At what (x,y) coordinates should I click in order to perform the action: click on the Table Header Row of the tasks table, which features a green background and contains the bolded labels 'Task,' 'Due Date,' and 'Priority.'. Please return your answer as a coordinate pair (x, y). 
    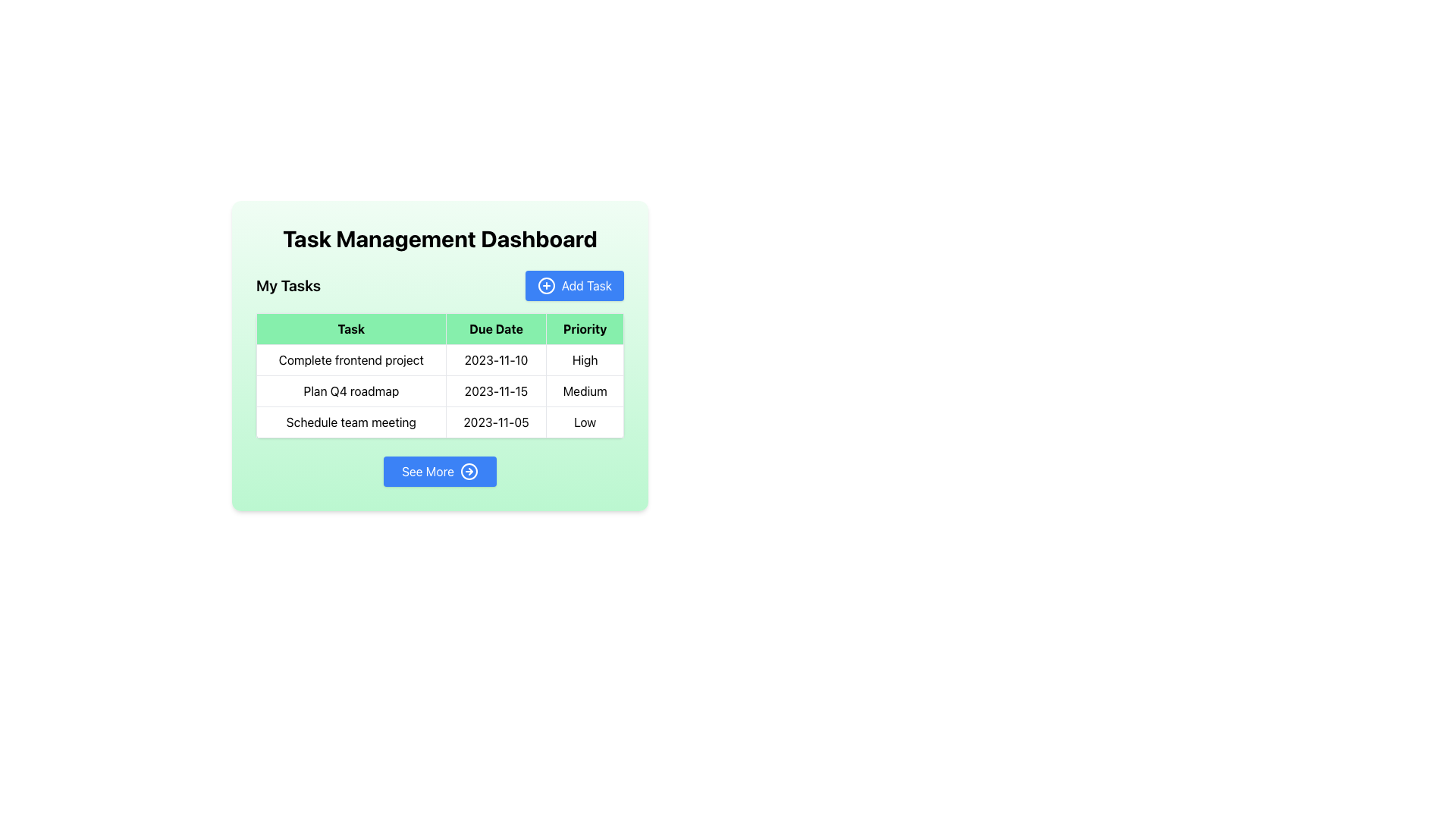
    Looking at the image, I should click on (439, 328).